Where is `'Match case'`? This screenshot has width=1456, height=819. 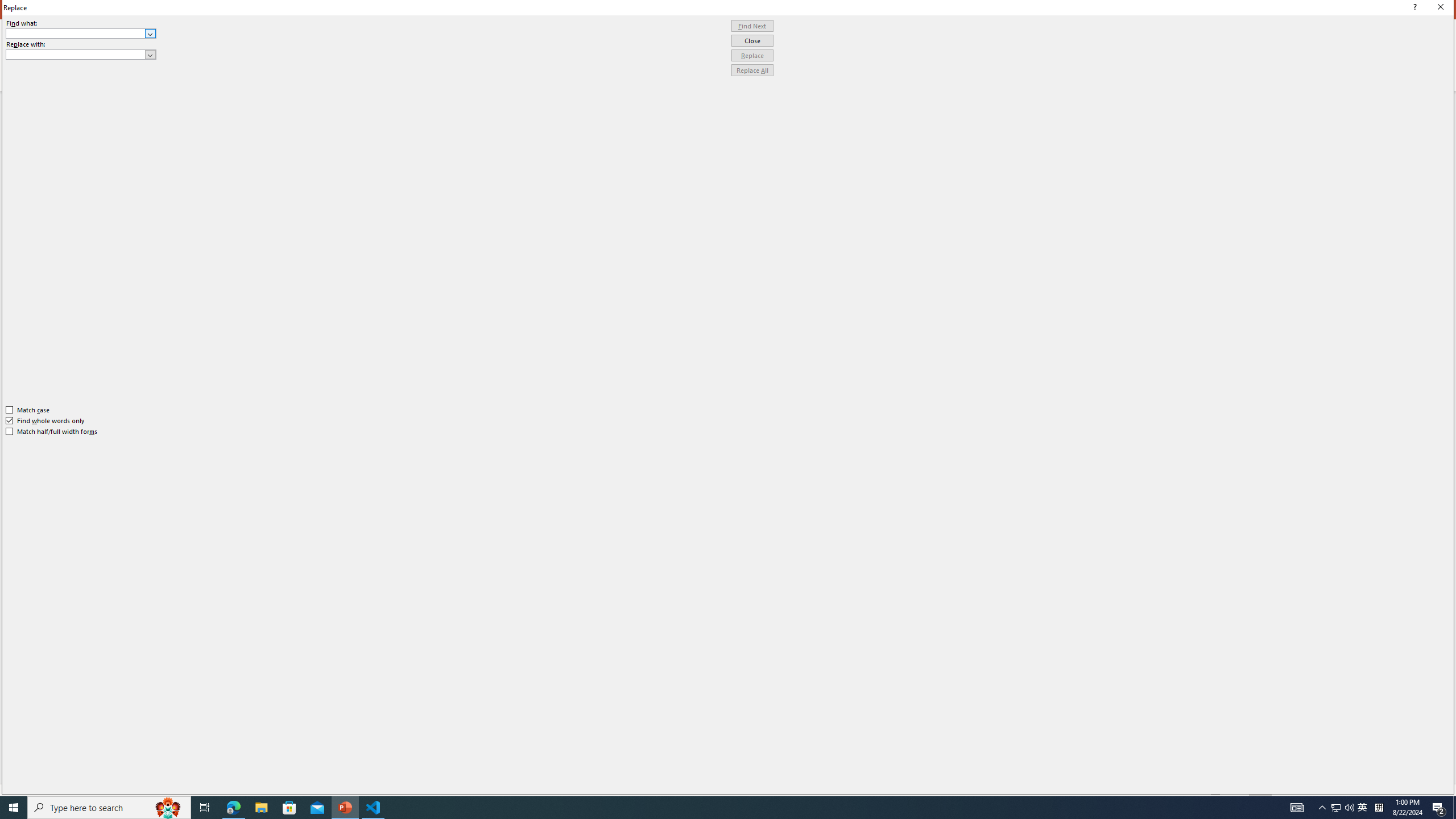
'Match case' is located at coordinates (27, 409).